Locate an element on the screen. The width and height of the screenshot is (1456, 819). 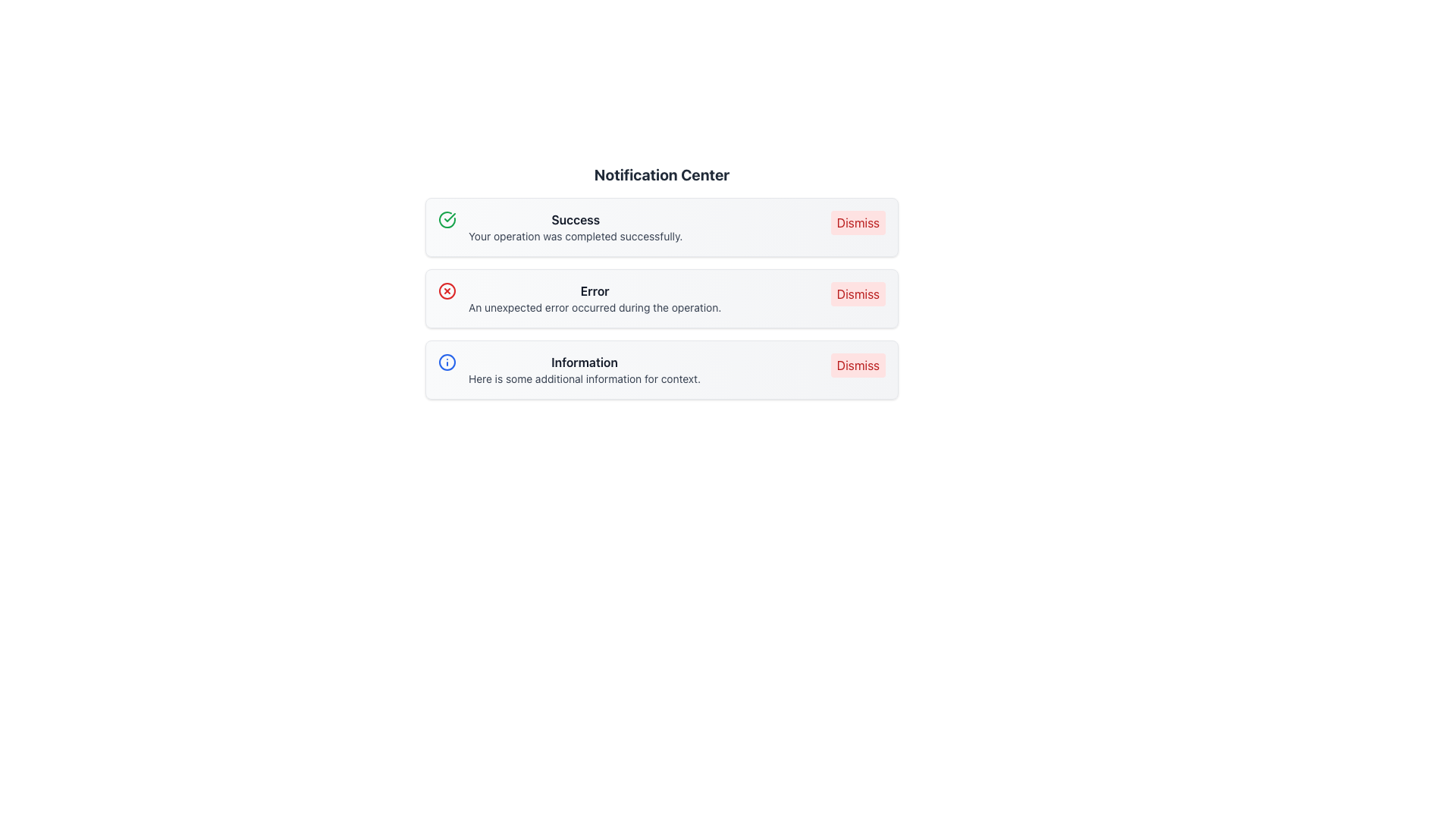
the second notification in the Notification Center that displays a bold 'Error' label and subtext indicating an unexpected error occurred is located at coordinates (594, 298).